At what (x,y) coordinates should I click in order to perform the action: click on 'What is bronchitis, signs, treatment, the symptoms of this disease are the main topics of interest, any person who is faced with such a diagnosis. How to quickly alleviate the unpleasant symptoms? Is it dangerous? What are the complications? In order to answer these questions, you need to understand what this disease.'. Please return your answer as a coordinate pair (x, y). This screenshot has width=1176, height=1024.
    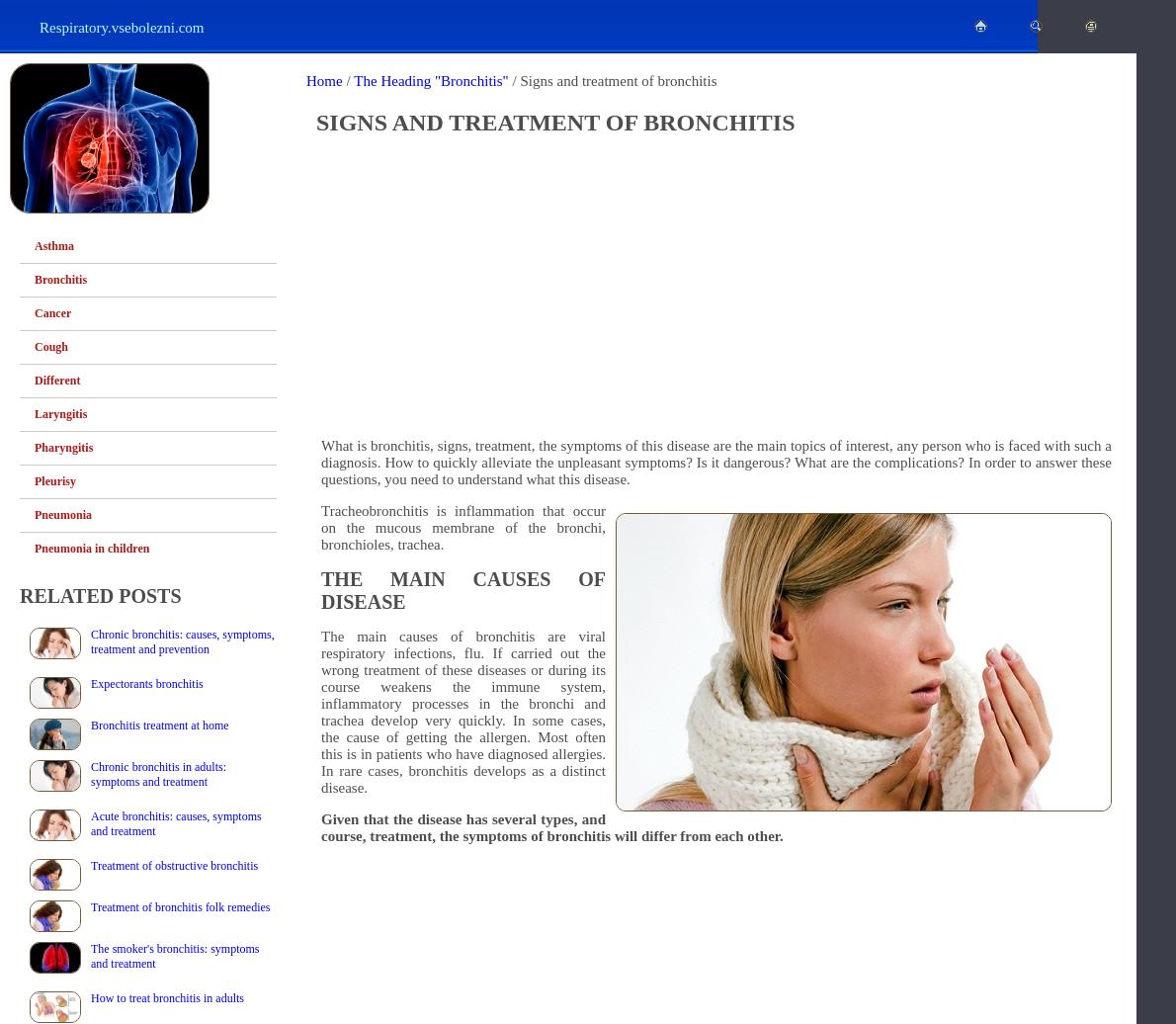
    Looking at the image, I should click on (715, 462).